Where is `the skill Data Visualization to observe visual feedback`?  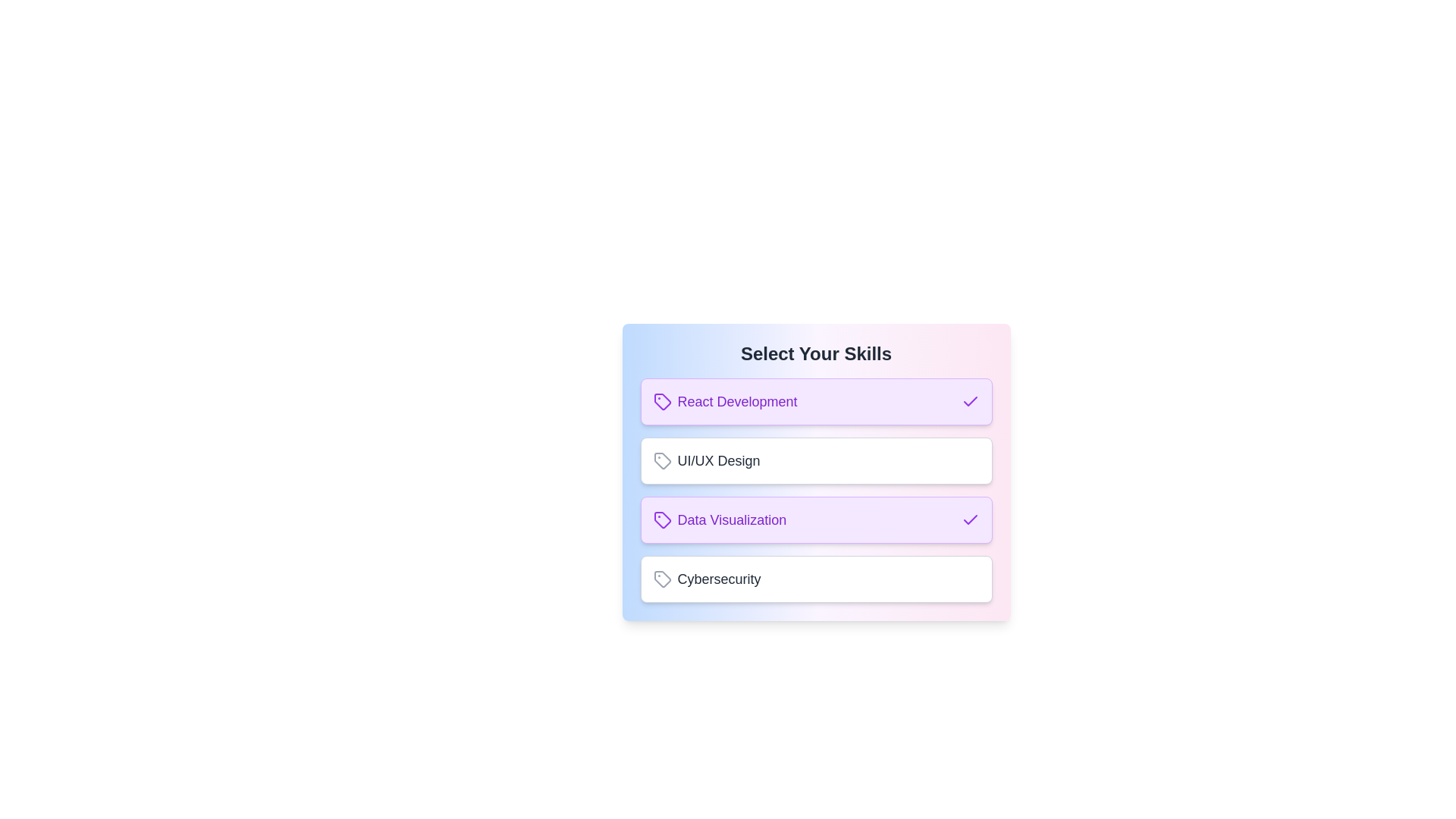
the skill Data Visualization to observe visual feedback is located at coordinates (815, 519).